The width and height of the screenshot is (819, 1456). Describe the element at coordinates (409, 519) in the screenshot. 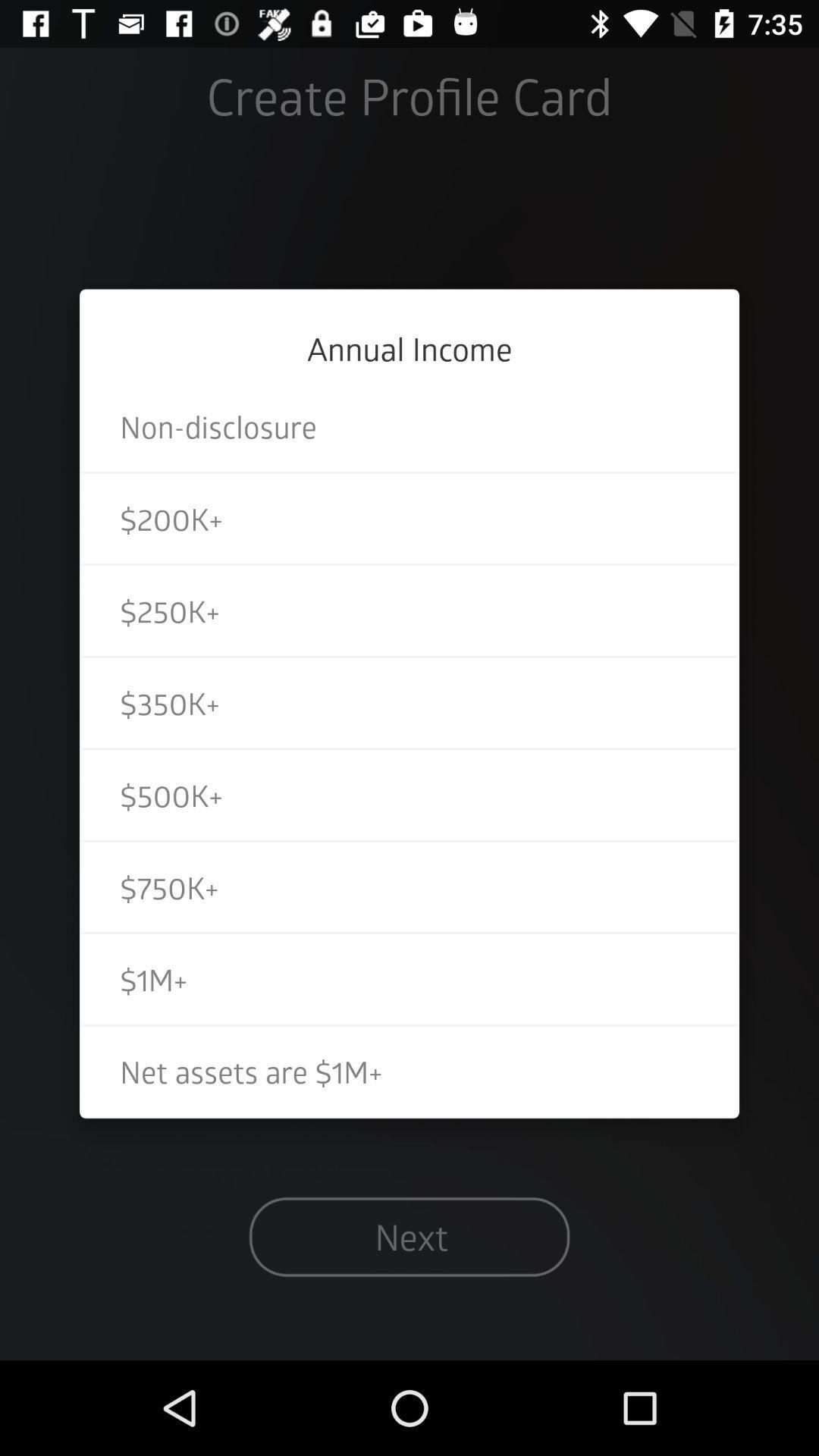

I see `item below non-disclosure` at that location.